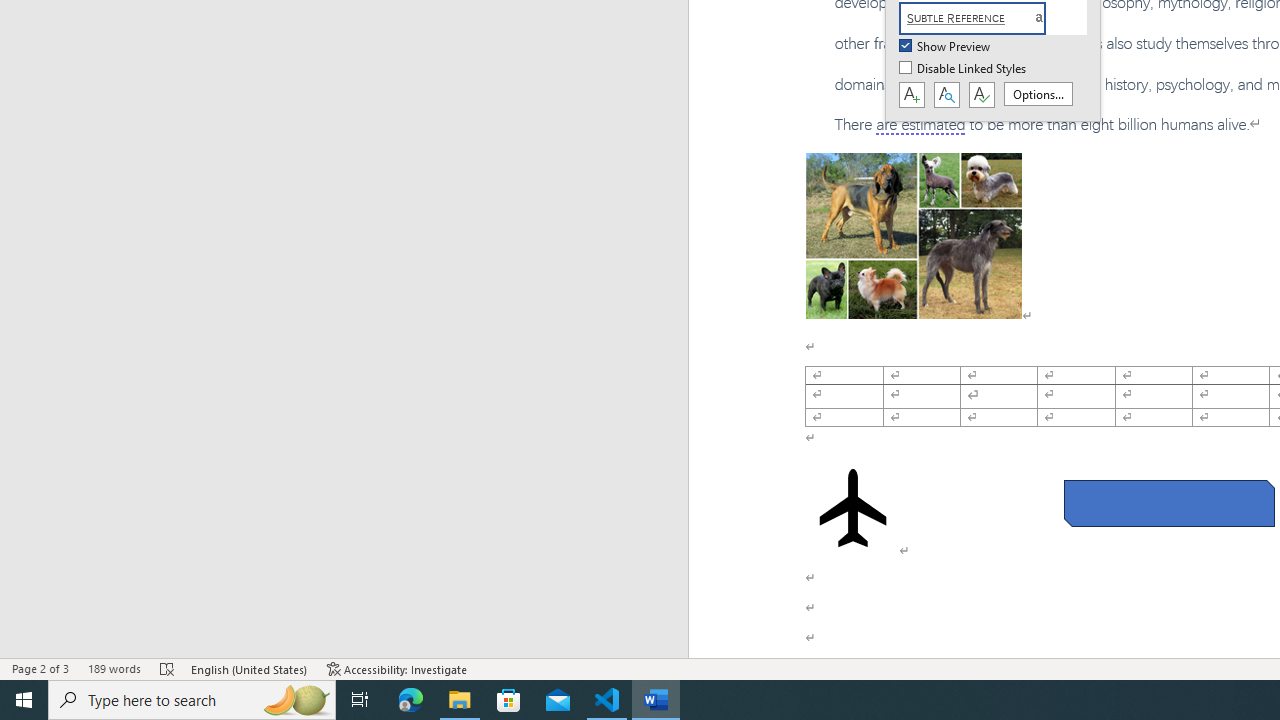 This screenshot has width=1280, height=720. I want to click on 'Disable Linked Styles', so click(964, 68).